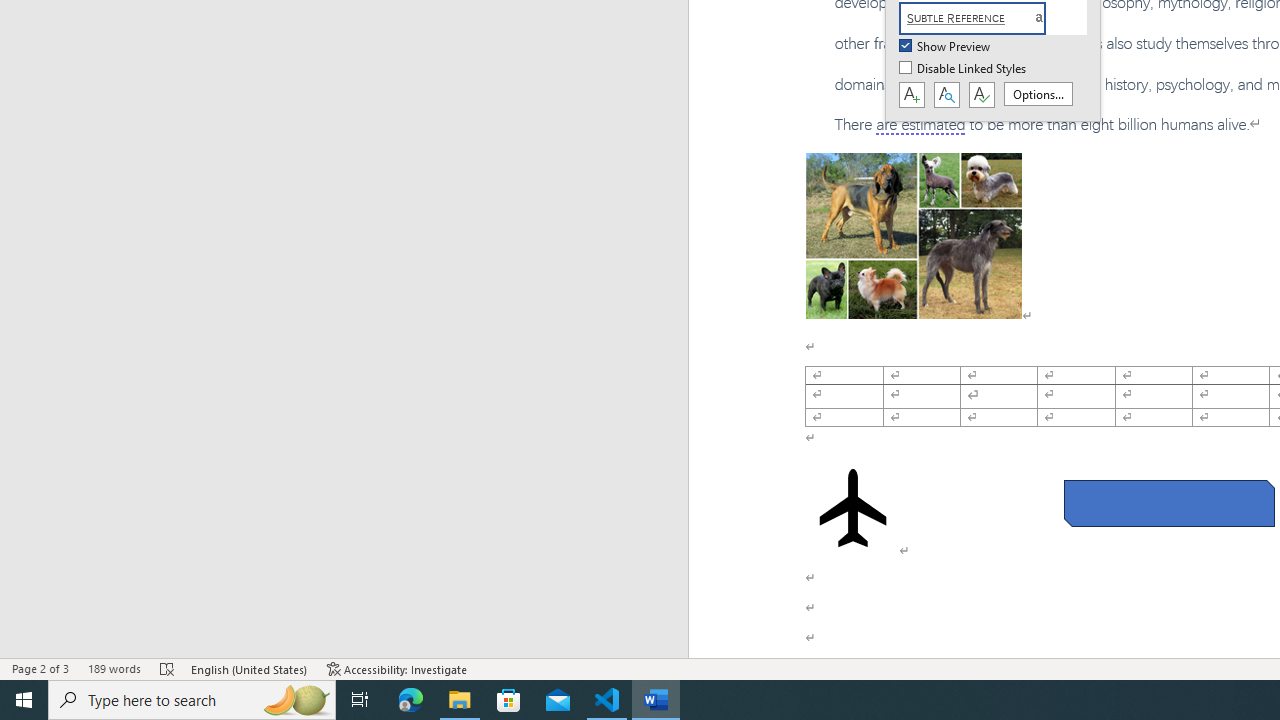 This screenshot has width=1280, height=720. I want to click on 'Disable Linked Styles', so click(964, 68).